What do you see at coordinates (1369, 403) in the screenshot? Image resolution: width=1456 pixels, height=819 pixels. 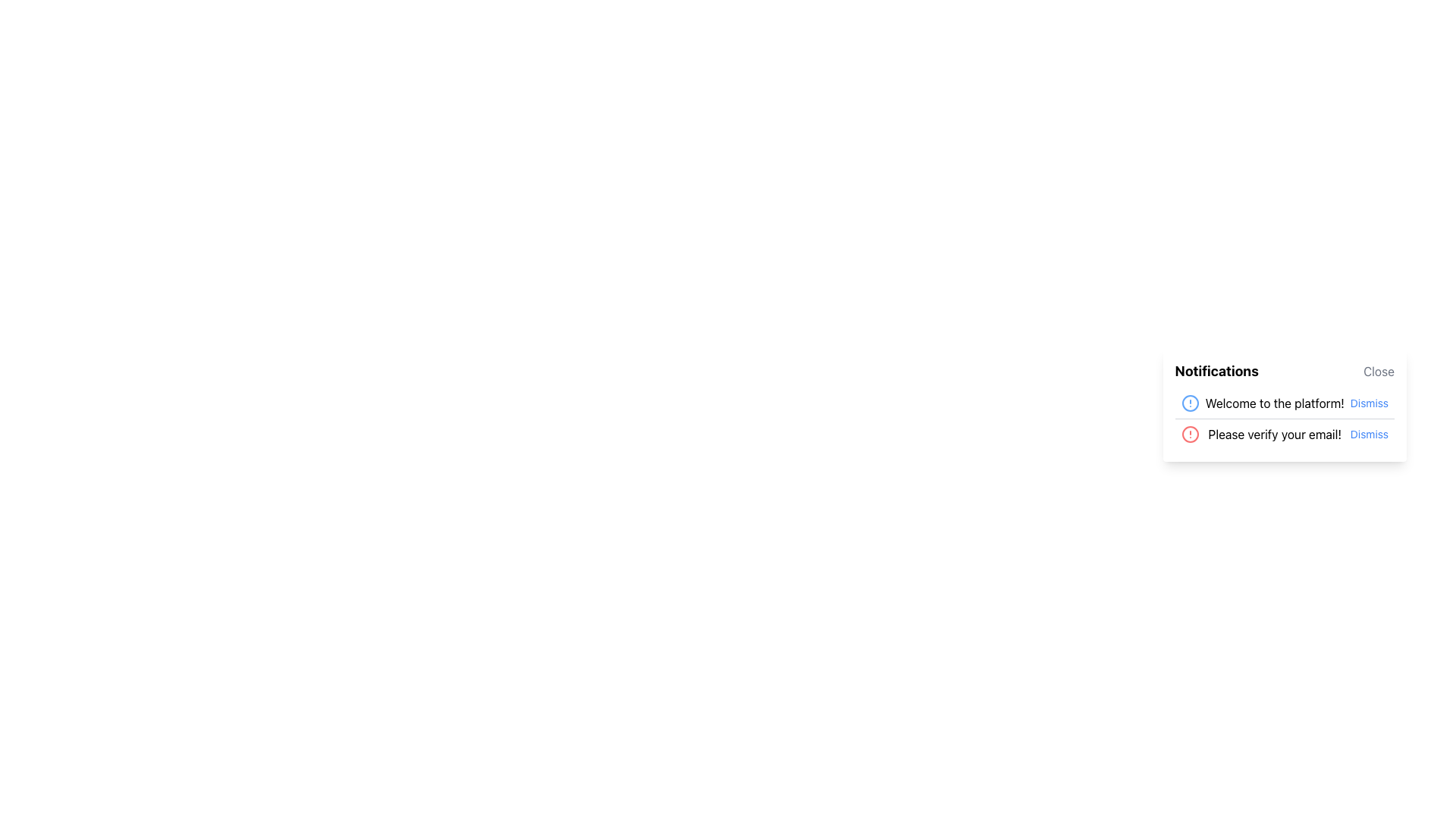 I see `the dismiss button located at the end of the first notification row that says 'Welcome to the platform!'` at bounding box center [1369, 403].